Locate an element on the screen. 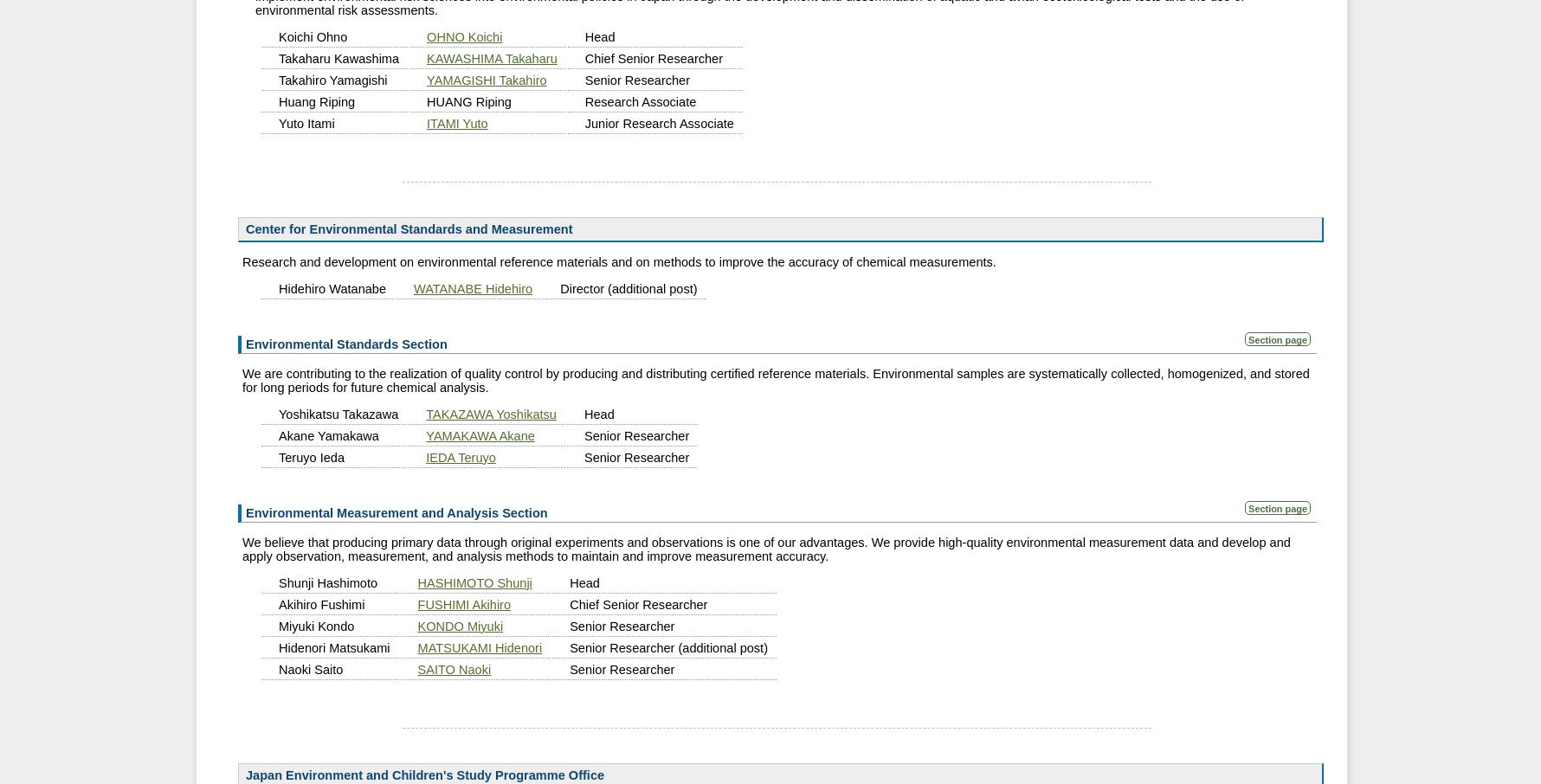  'Research and development on environmental reference materials and on methods to improve the accuracy of chemical measurements.' is located at coordinates (618, 260).